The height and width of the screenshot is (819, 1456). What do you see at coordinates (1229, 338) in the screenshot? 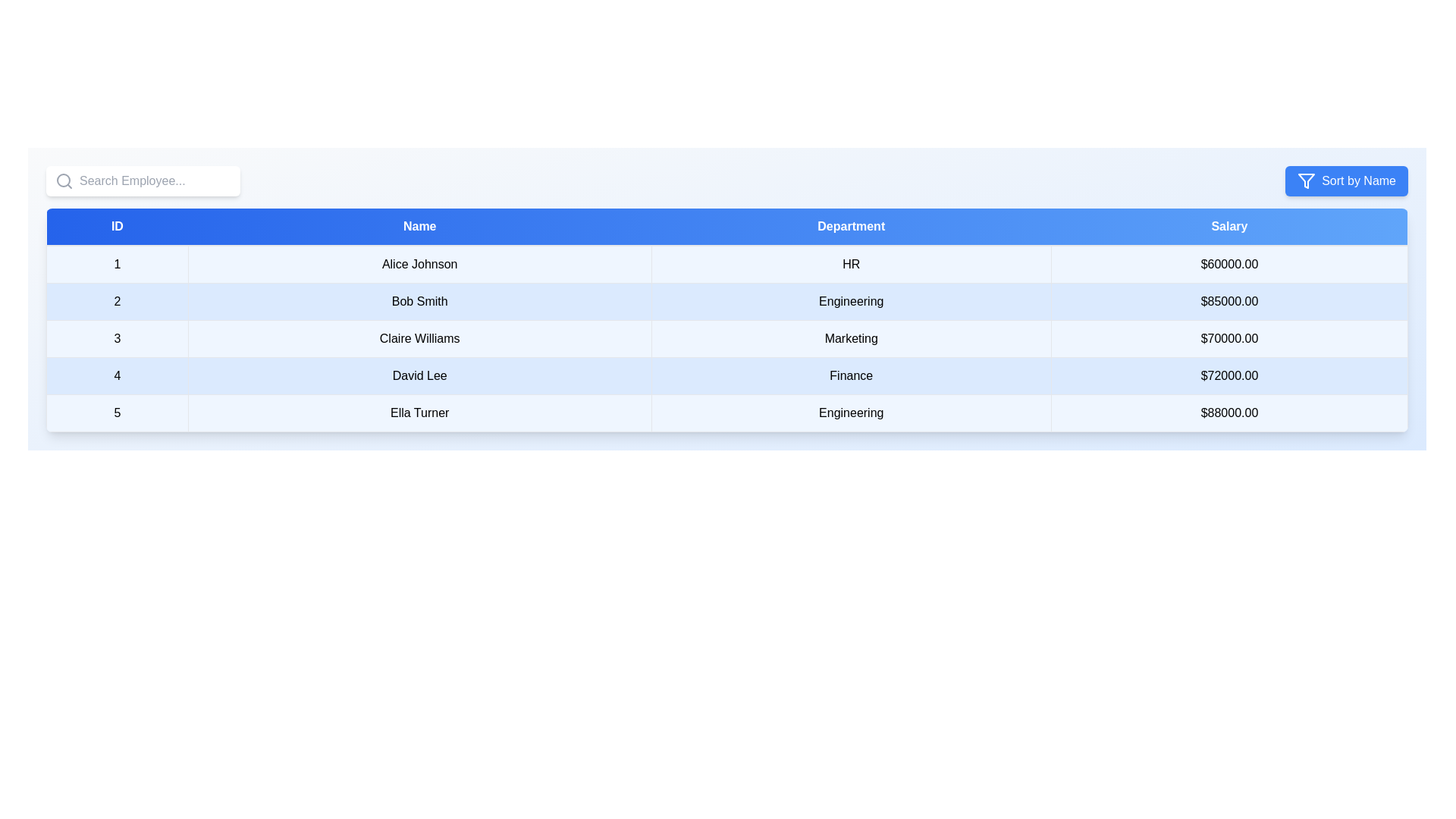
I see `the text display showing the salary '$70000.00' for Claire Williams in the 'Salary' column of the table` at bounding box center [1229, 338].